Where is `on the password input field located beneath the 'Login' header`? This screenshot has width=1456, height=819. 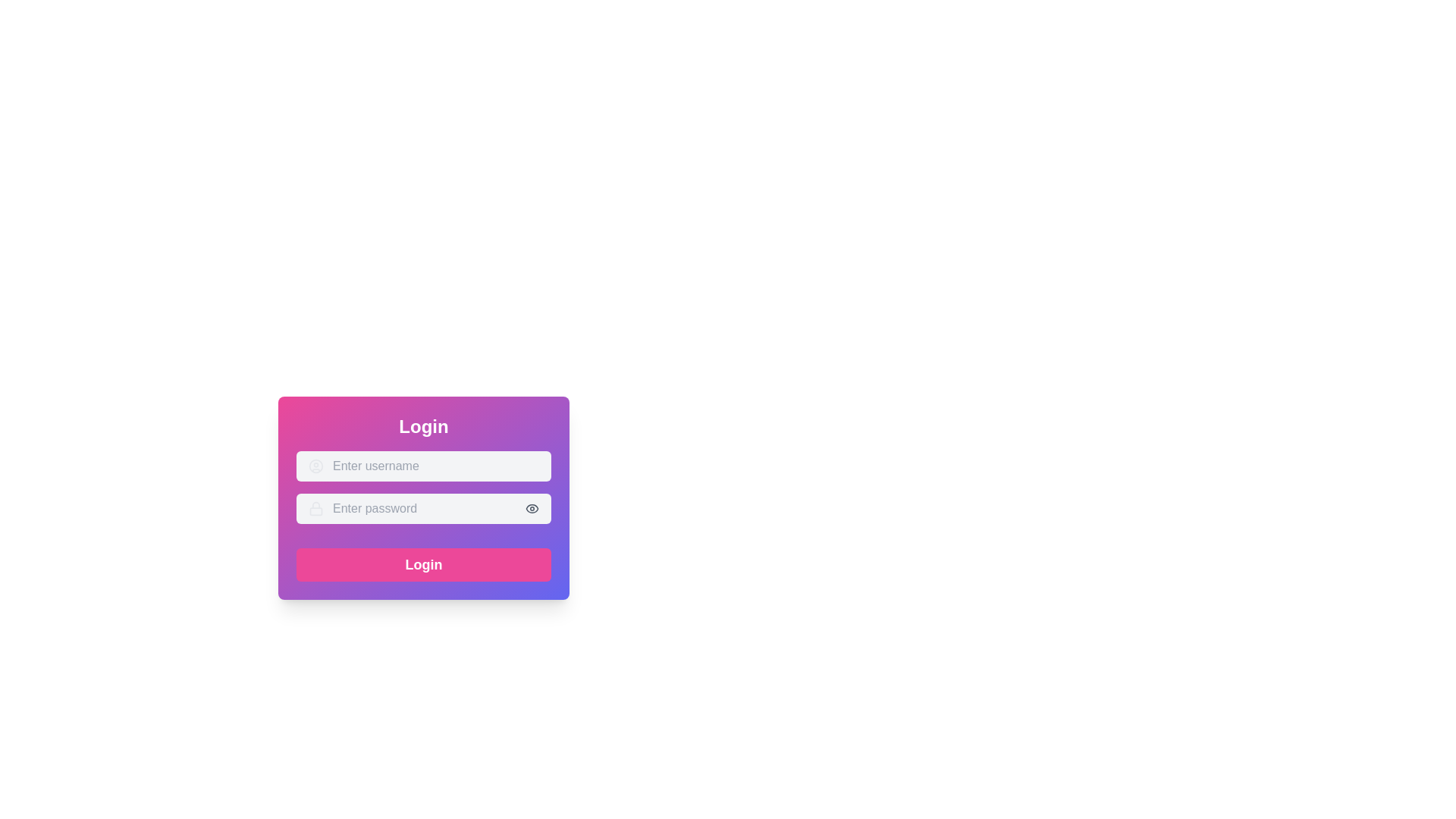 on the password input field located beneath the 'Login' header is located at coordinates (423, 497).